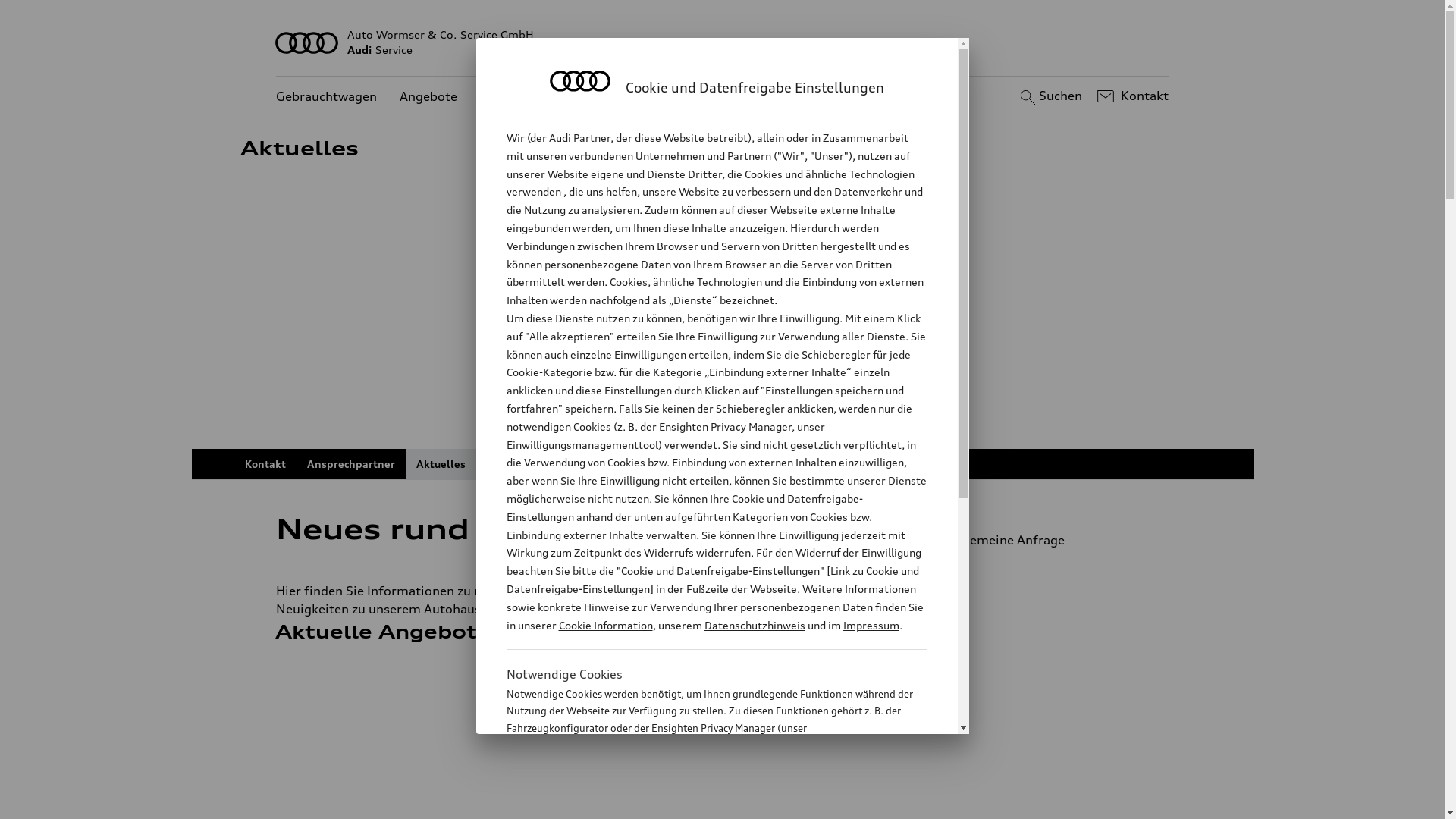  Describe the element at coordinates (1043, 539) in the screenshot. I see `'Allgemeine Anfrage'` at that location.